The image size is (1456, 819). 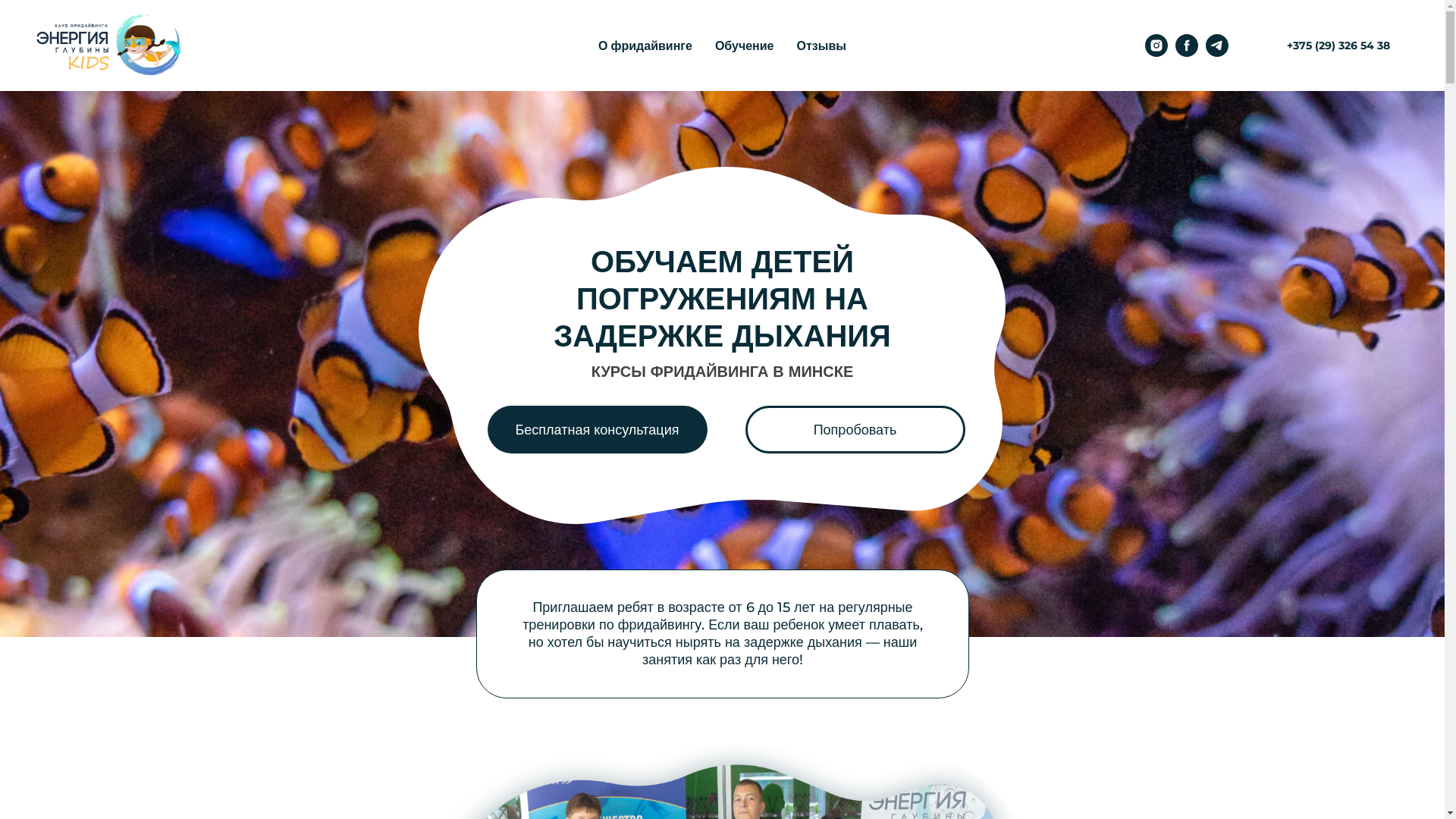 What do you see at coordinates (1338, 45) in the screenshot?
I see `'+375 (29) 326 54 38'` at bounding box center [1338, 45].